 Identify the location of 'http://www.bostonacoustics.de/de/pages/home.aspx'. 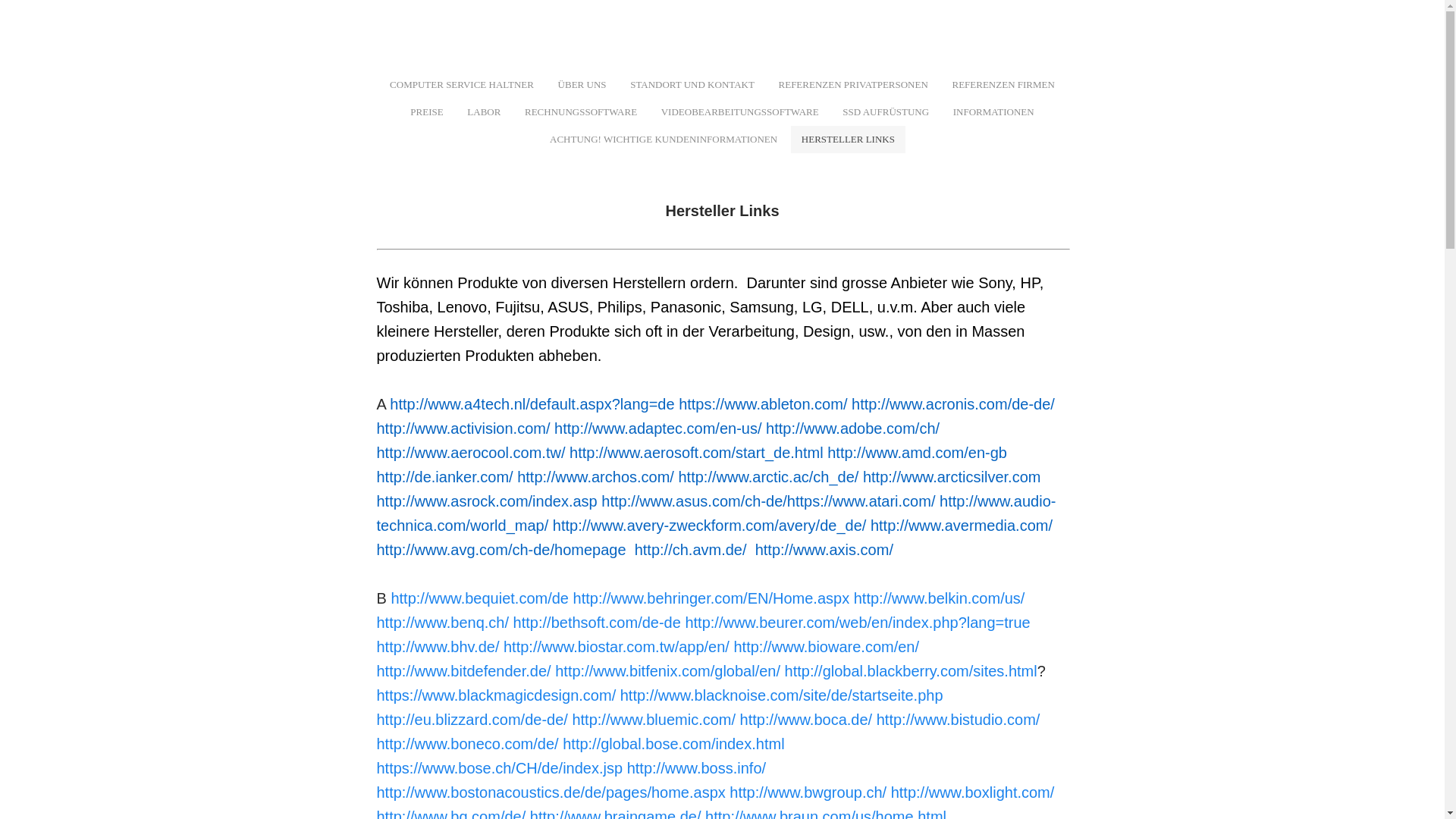
(549, 792).